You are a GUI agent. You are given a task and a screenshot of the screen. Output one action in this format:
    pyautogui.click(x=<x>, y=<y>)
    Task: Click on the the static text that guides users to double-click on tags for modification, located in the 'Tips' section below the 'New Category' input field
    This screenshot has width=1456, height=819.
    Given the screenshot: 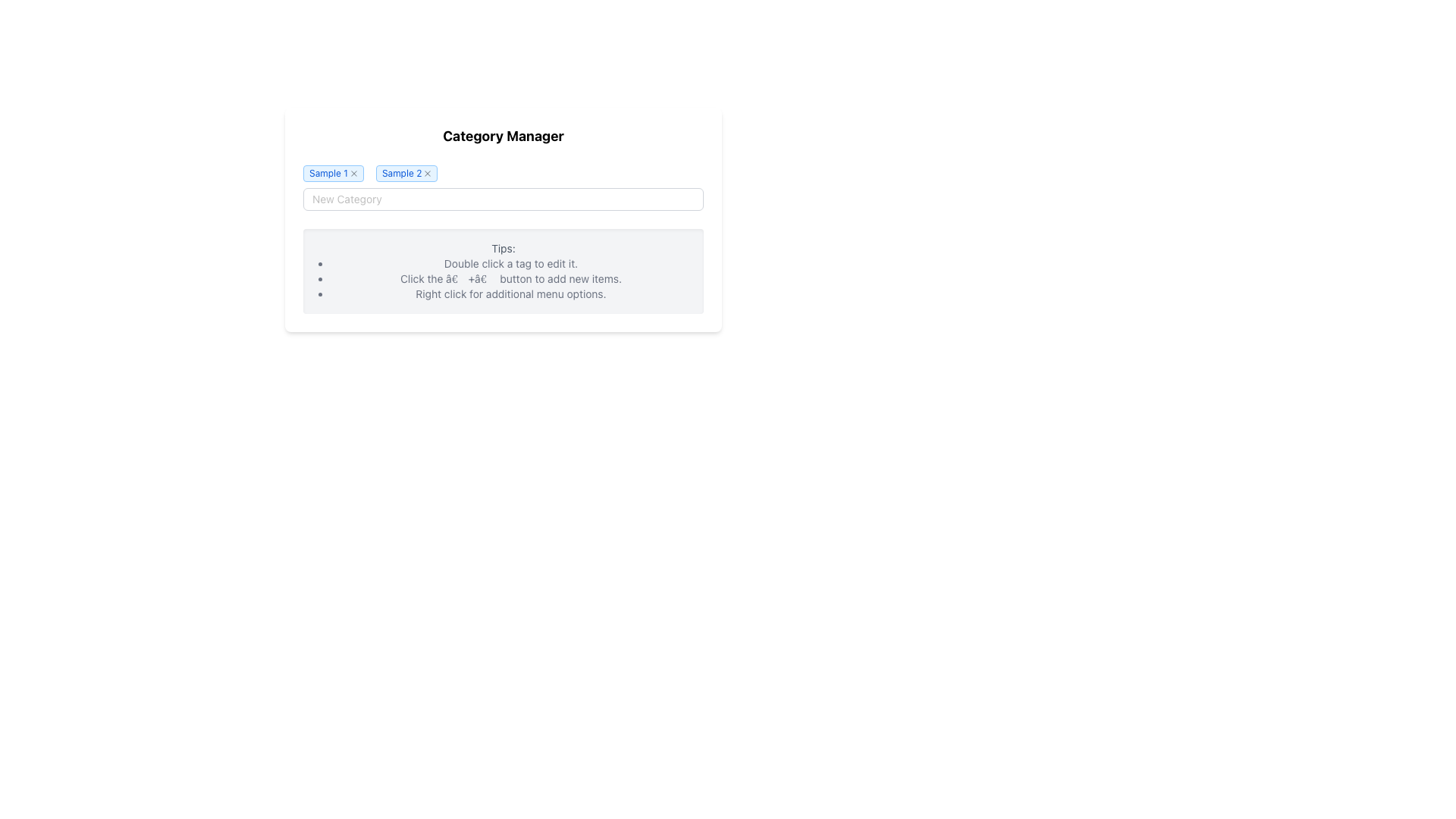 What is the action you would take?
    pyautogui.click(x=510, y=262)
    